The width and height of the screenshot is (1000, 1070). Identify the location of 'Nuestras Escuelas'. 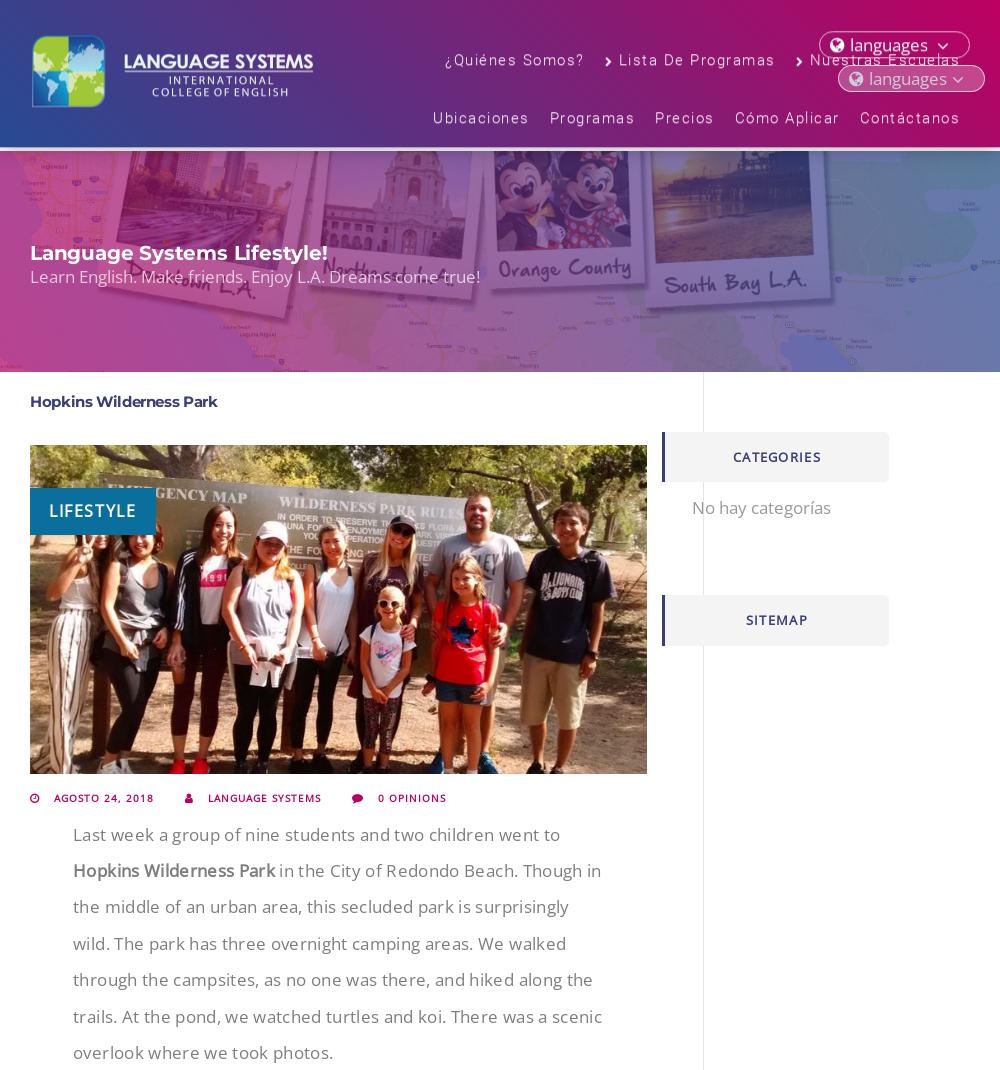
(884, 62).